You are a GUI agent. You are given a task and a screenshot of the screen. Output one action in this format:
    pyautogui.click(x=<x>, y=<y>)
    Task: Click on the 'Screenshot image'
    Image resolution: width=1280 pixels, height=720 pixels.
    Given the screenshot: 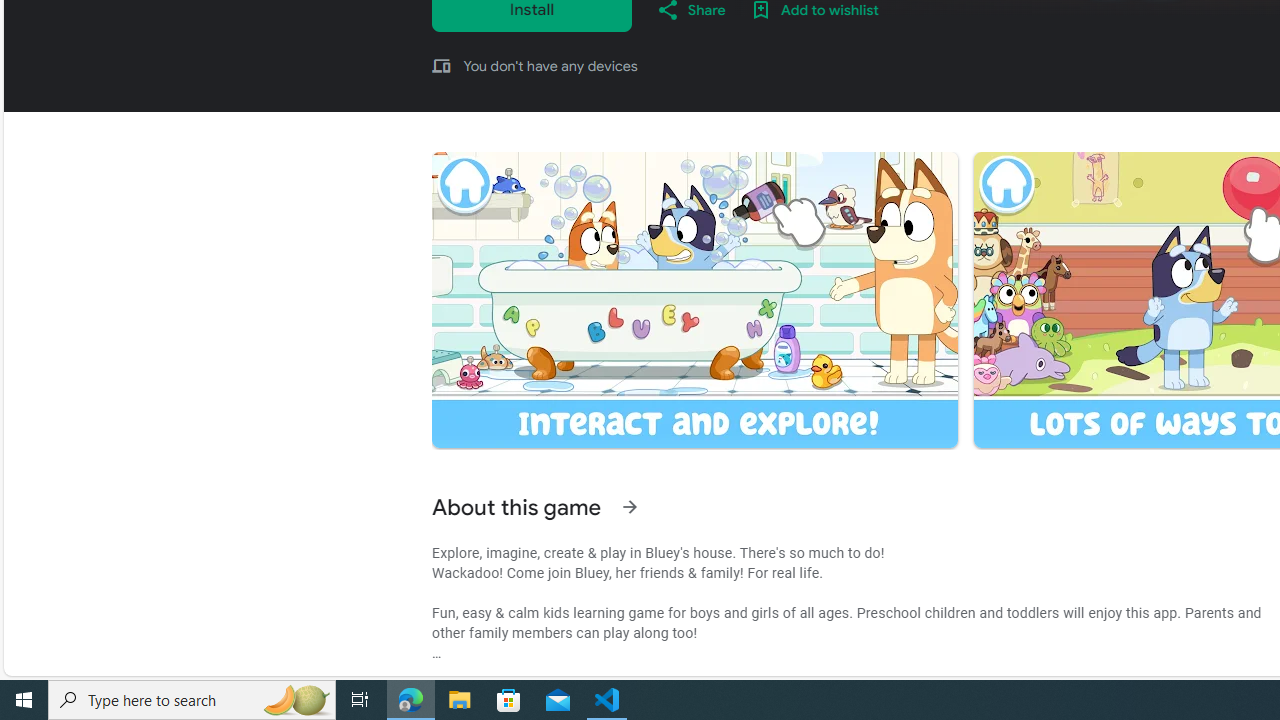 What is the action you would take?
    pyautogui.click(x=694, y=299)
    